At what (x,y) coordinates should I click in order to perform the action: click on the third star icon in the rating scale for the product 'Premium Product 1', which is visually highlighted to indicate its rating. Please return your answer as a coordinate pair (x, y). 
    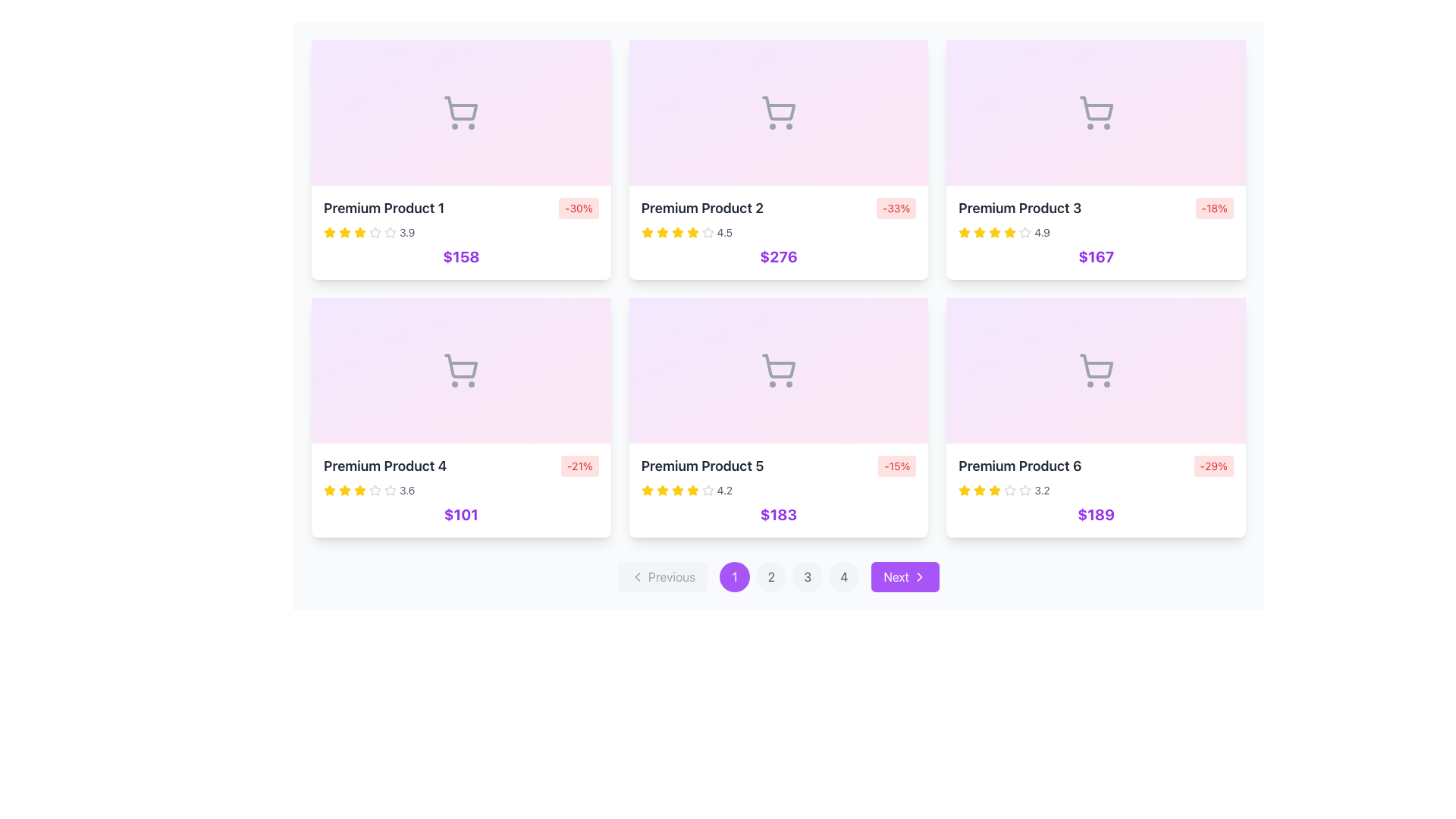
    Looking at the image, I should click on (344, 233).